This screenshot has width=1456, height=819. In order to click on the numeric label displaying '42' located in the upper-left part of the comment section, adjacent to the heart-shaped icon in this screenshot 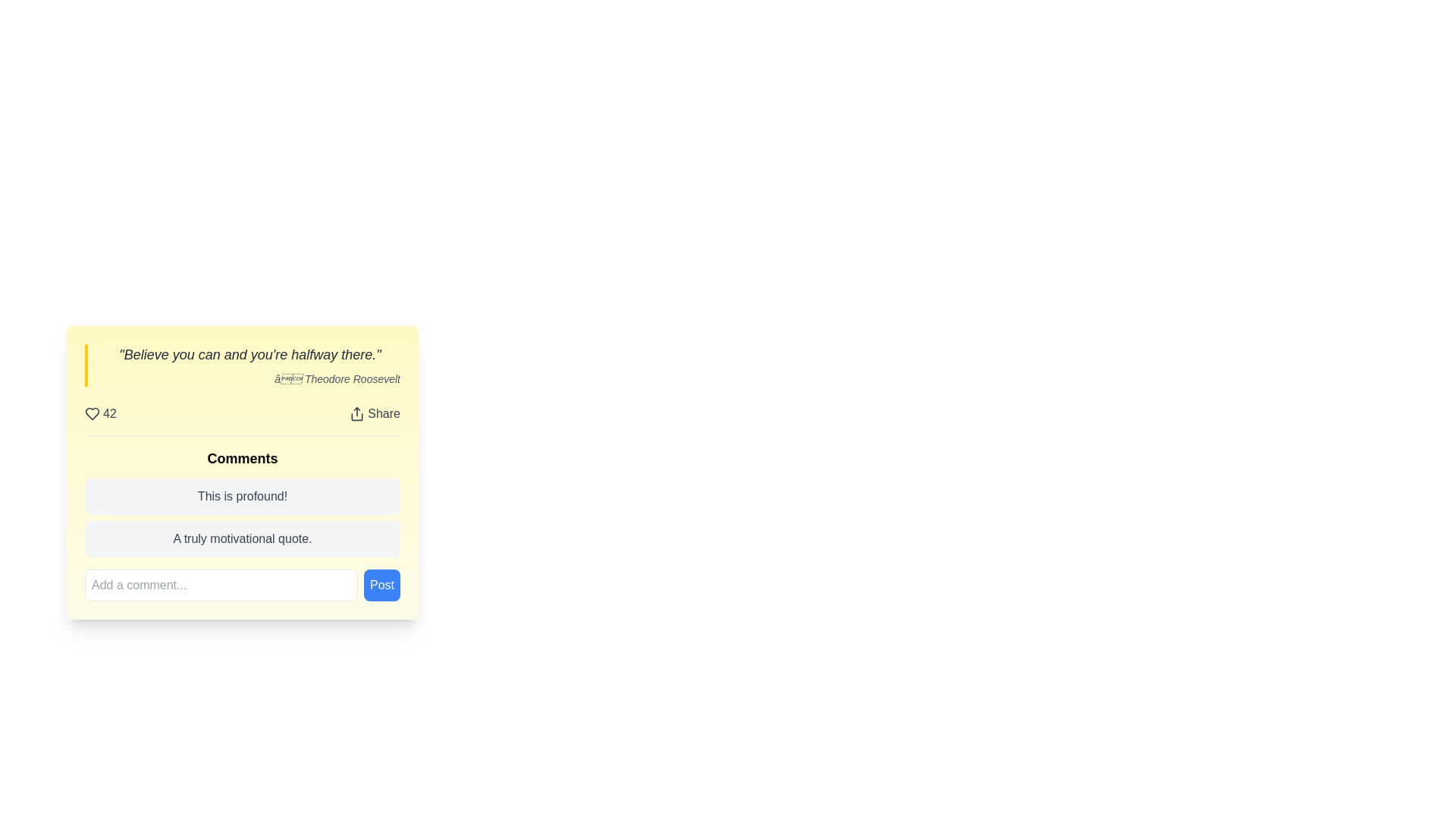, I will do `click(108, 414)`.